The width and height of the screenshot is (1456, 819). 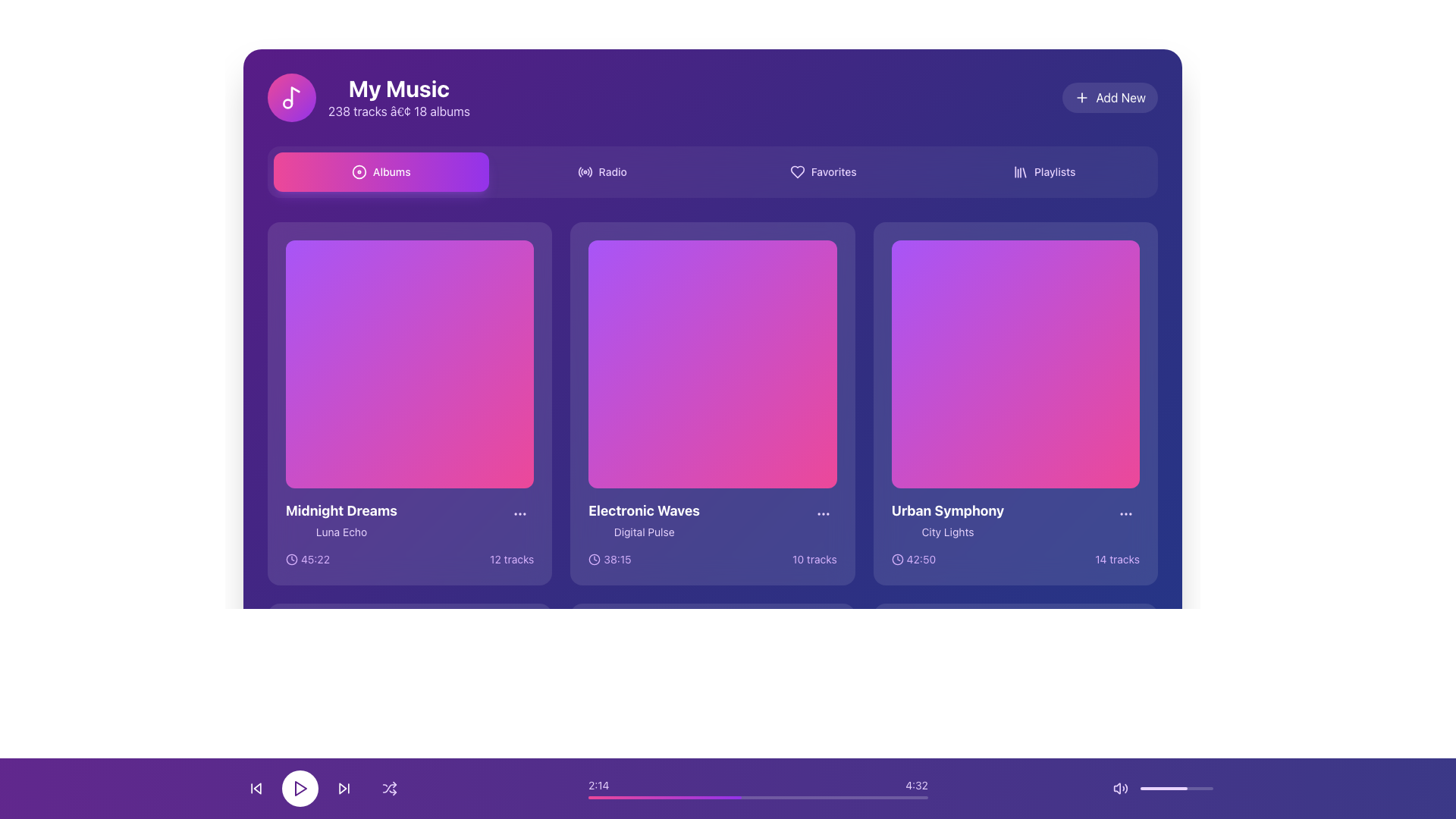 I want to click on the play button located at the bottom of the interface, between the rewind and forward buttons, so click(x=300, y=788).